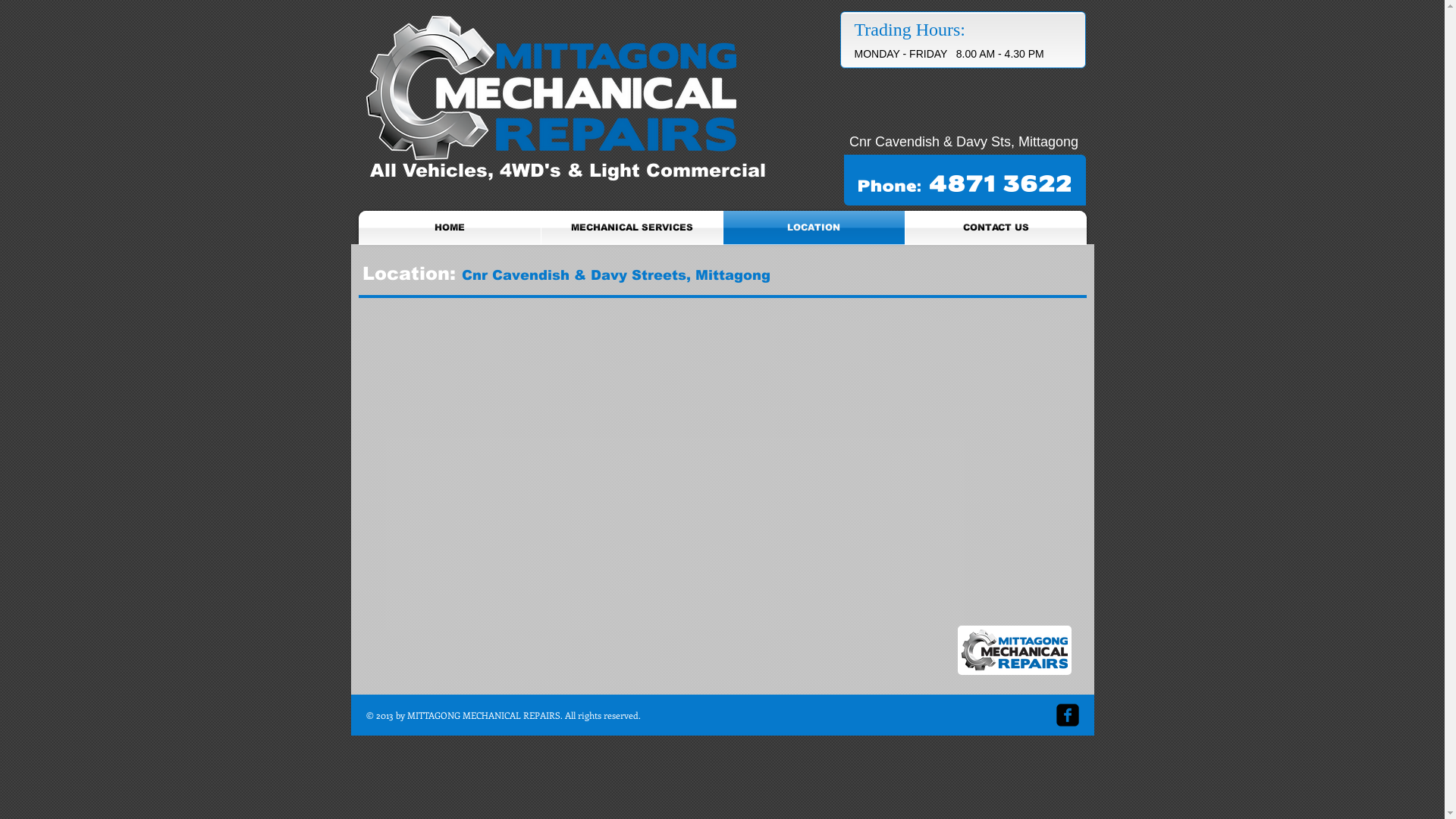 Image resolution: width=1456 pixels, height=819 pixels. I want to click on 'HOME', so click(447, 227).